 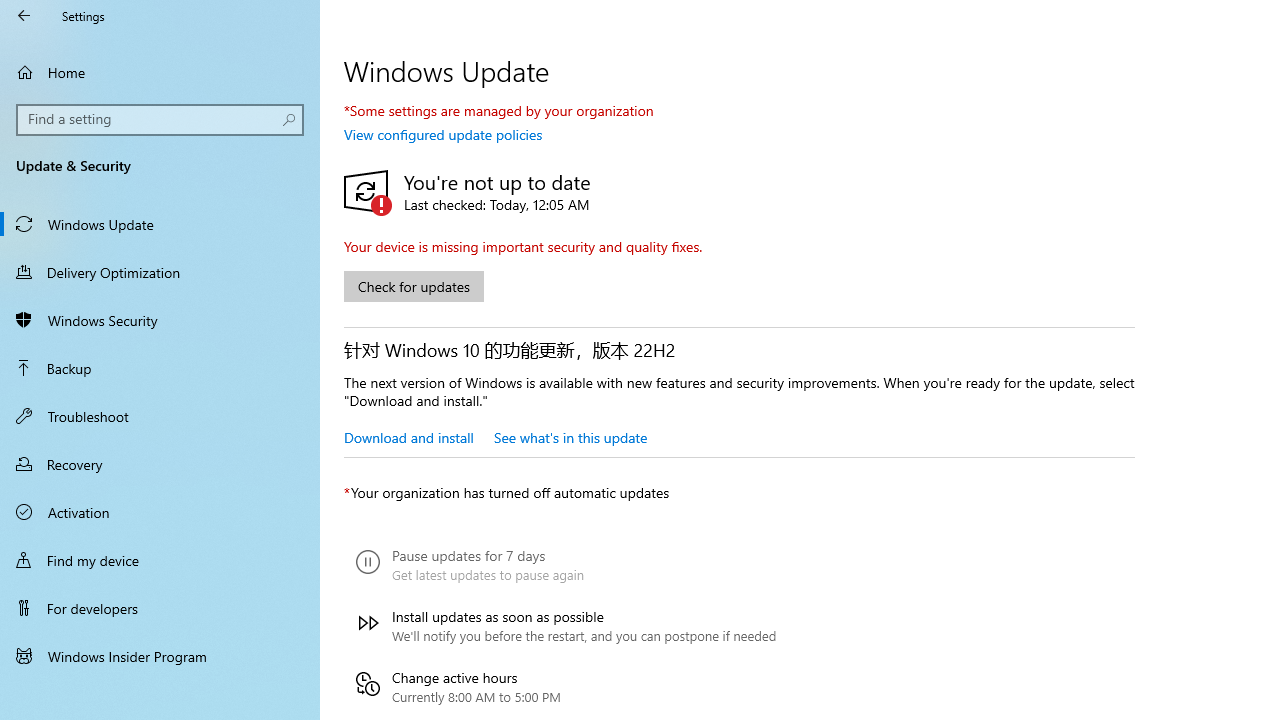 What do you see at coordinates (160, 607) in the screenshot?
I see `'For developers'` at bounding box center [160, 607].